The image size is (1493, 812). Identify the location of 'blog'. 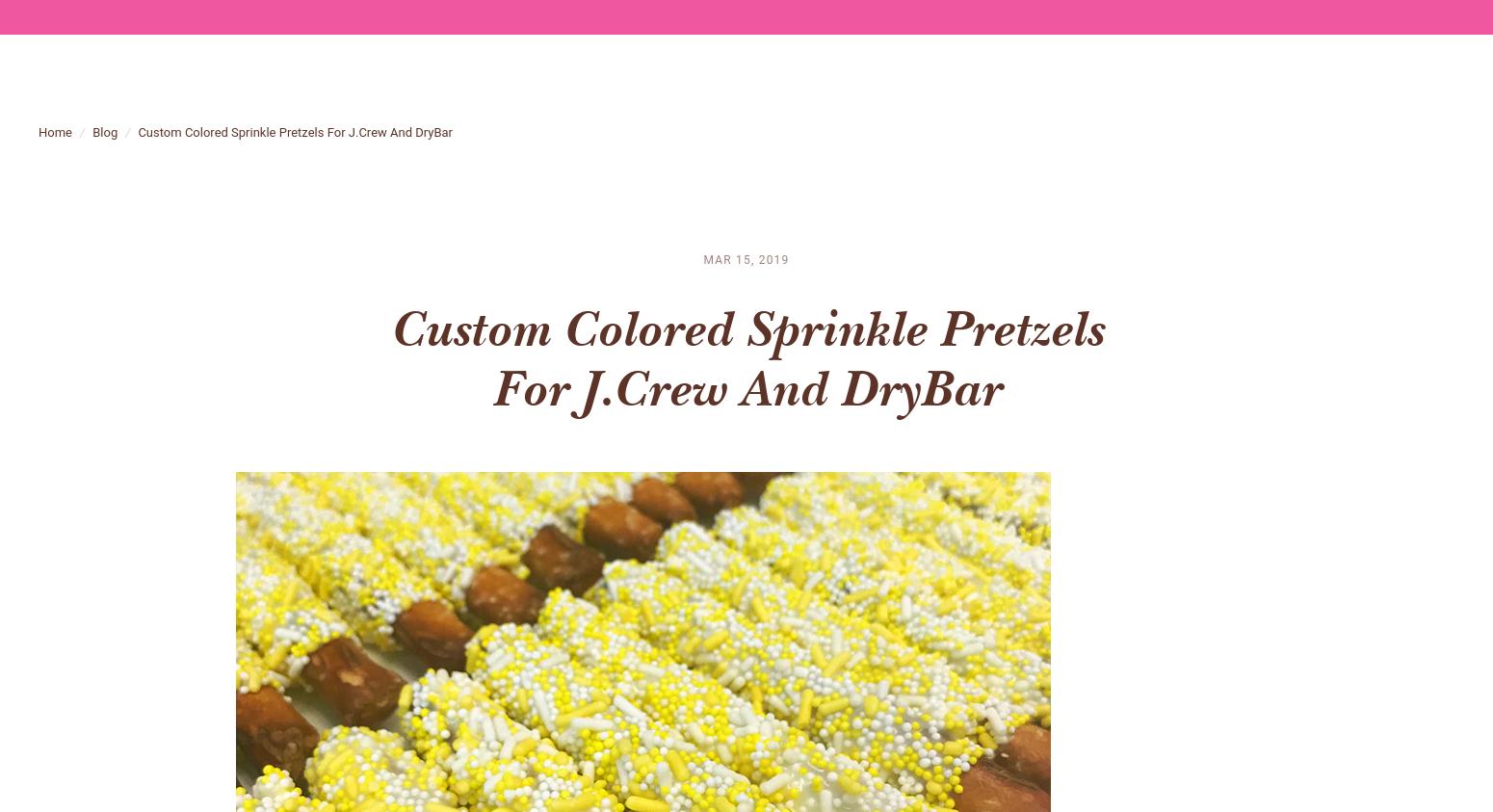
(1151, 119).